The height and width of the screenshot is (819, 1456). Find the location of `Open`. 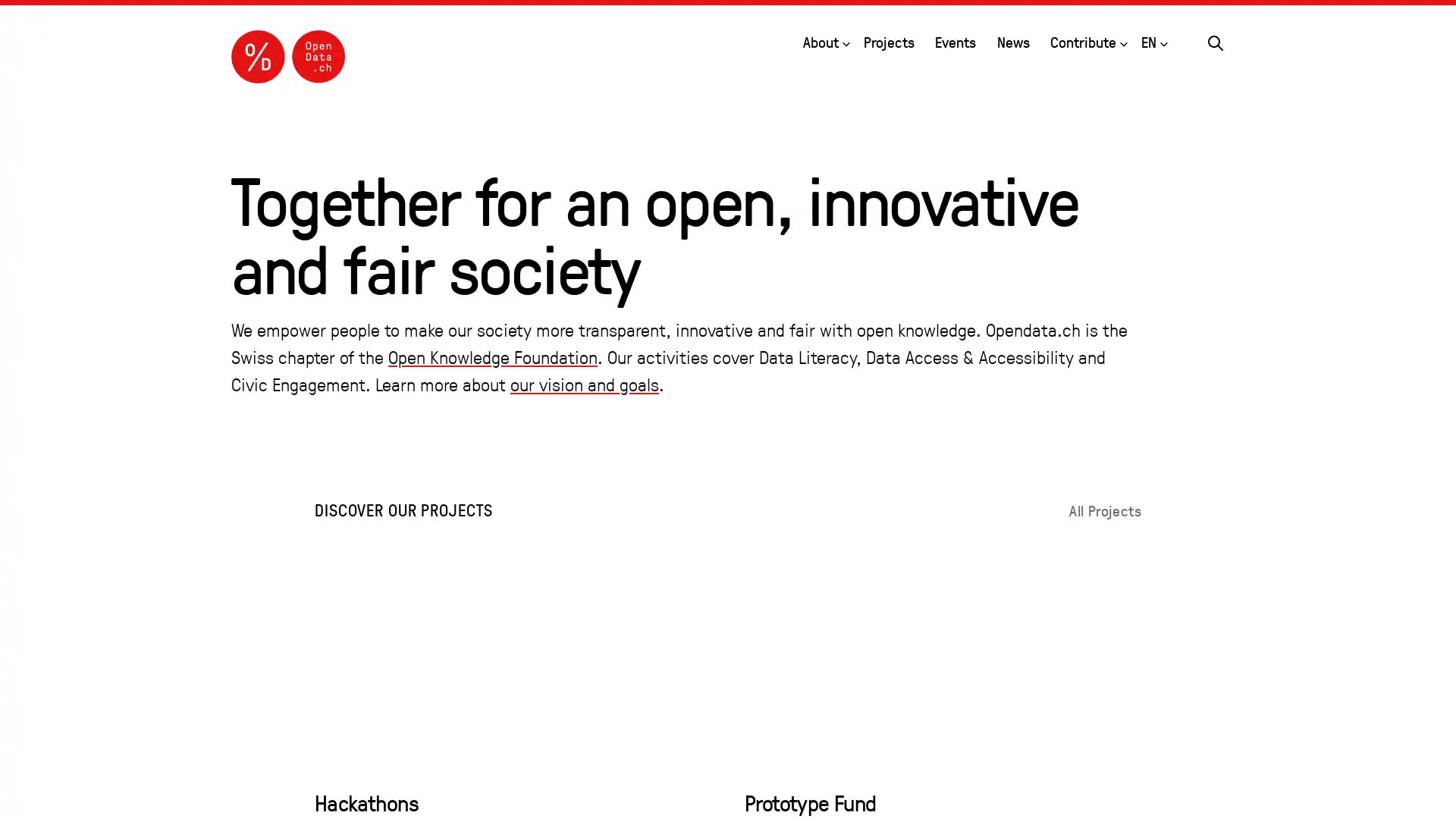

Open is located at coordinates (1124, 40).